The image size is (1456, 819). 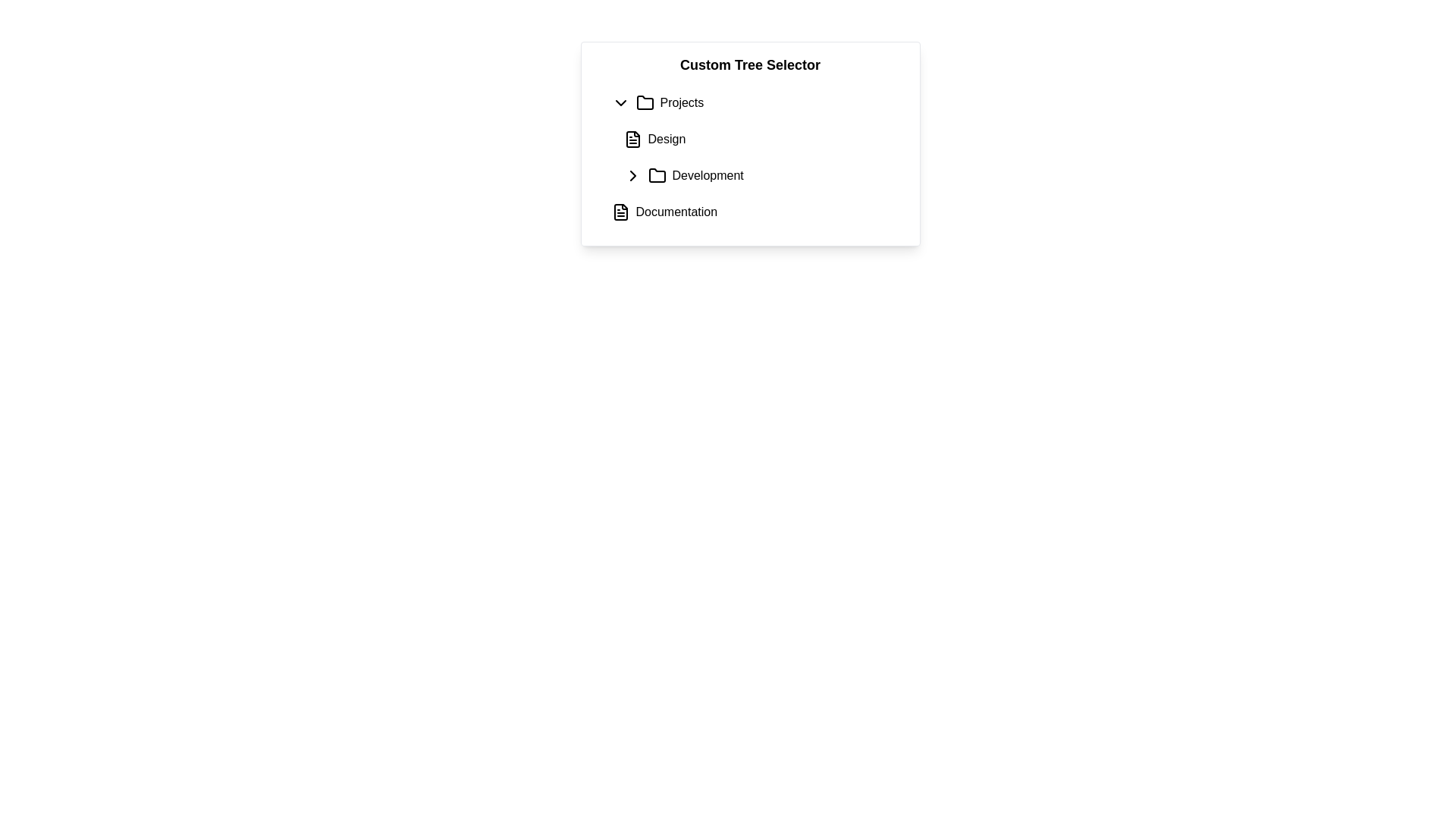 What do you see at coordinates (632, 140) in the screenshot?
I see `the document or file icon representing the 'Design' category, which is positioned to the left of the 'Design' text label` at bounding box center [632, 140].